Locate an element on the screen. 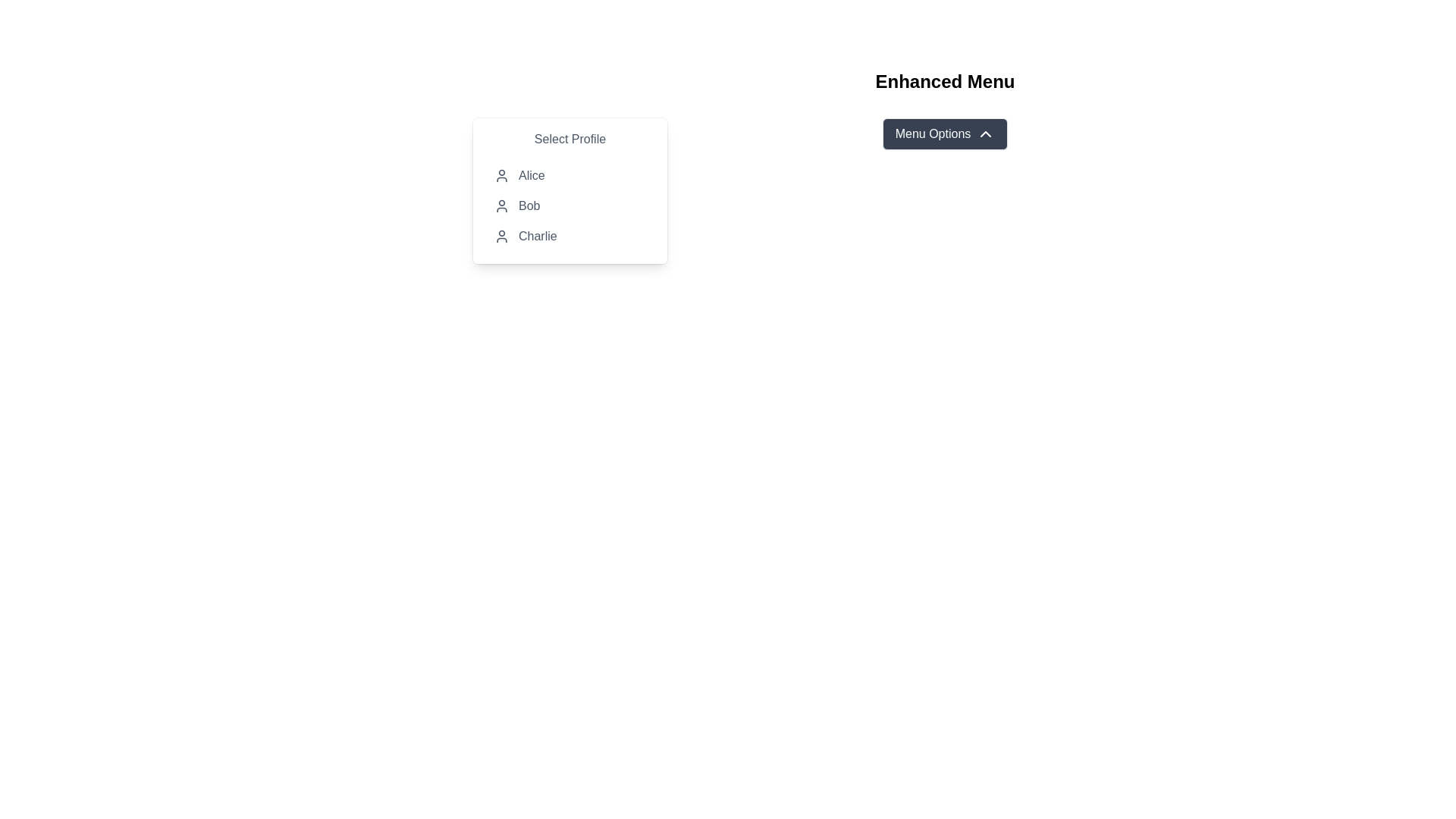 This screenshot has height=819, width=1456. the MenuItem labeled 'Bob' in the dropdown menu titled 'Select Profile' is located at coordinates (570, 206).